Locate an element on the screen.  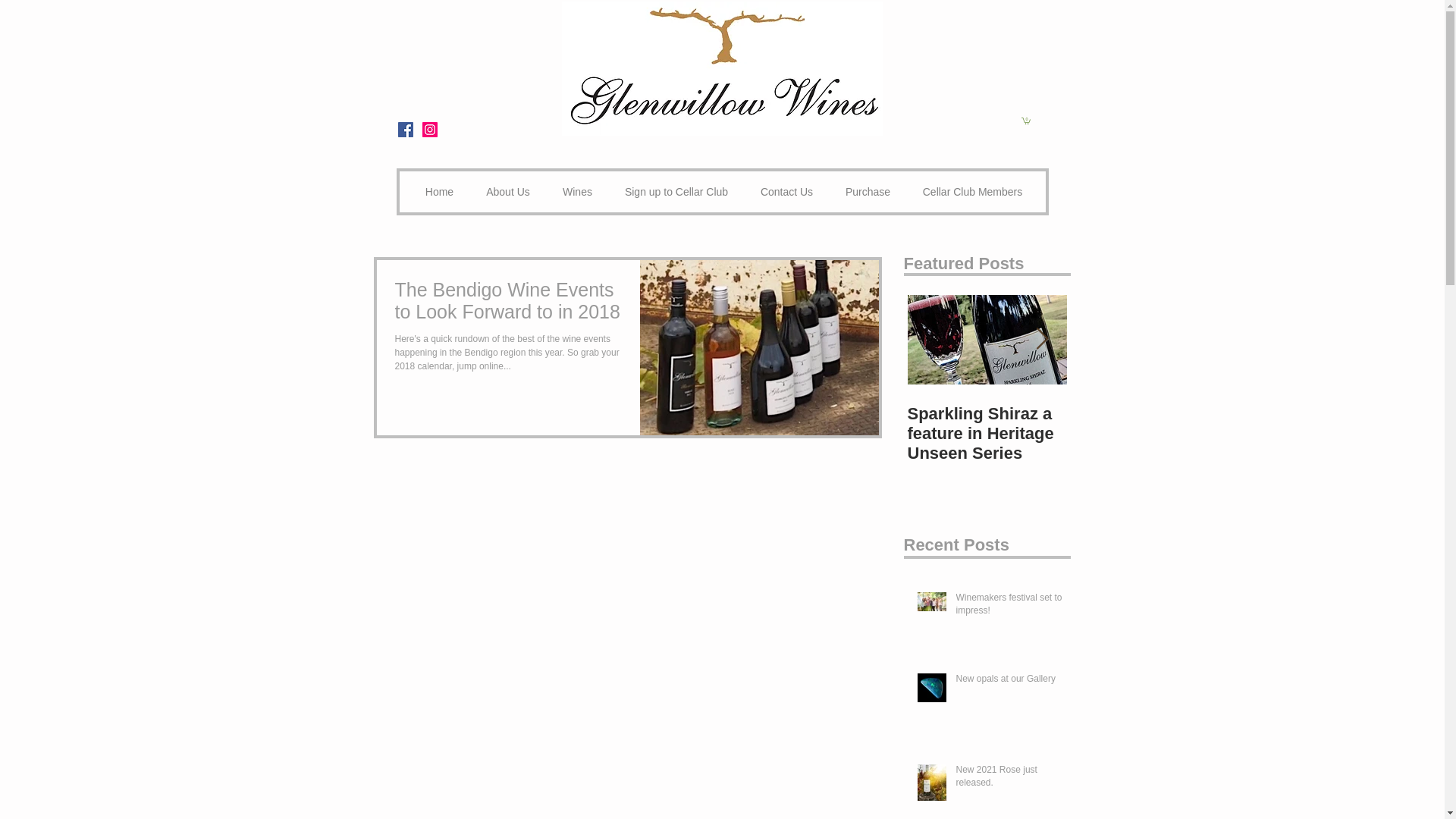
'New 2021 Rose just released.' is located at coordinates (1009, 780).